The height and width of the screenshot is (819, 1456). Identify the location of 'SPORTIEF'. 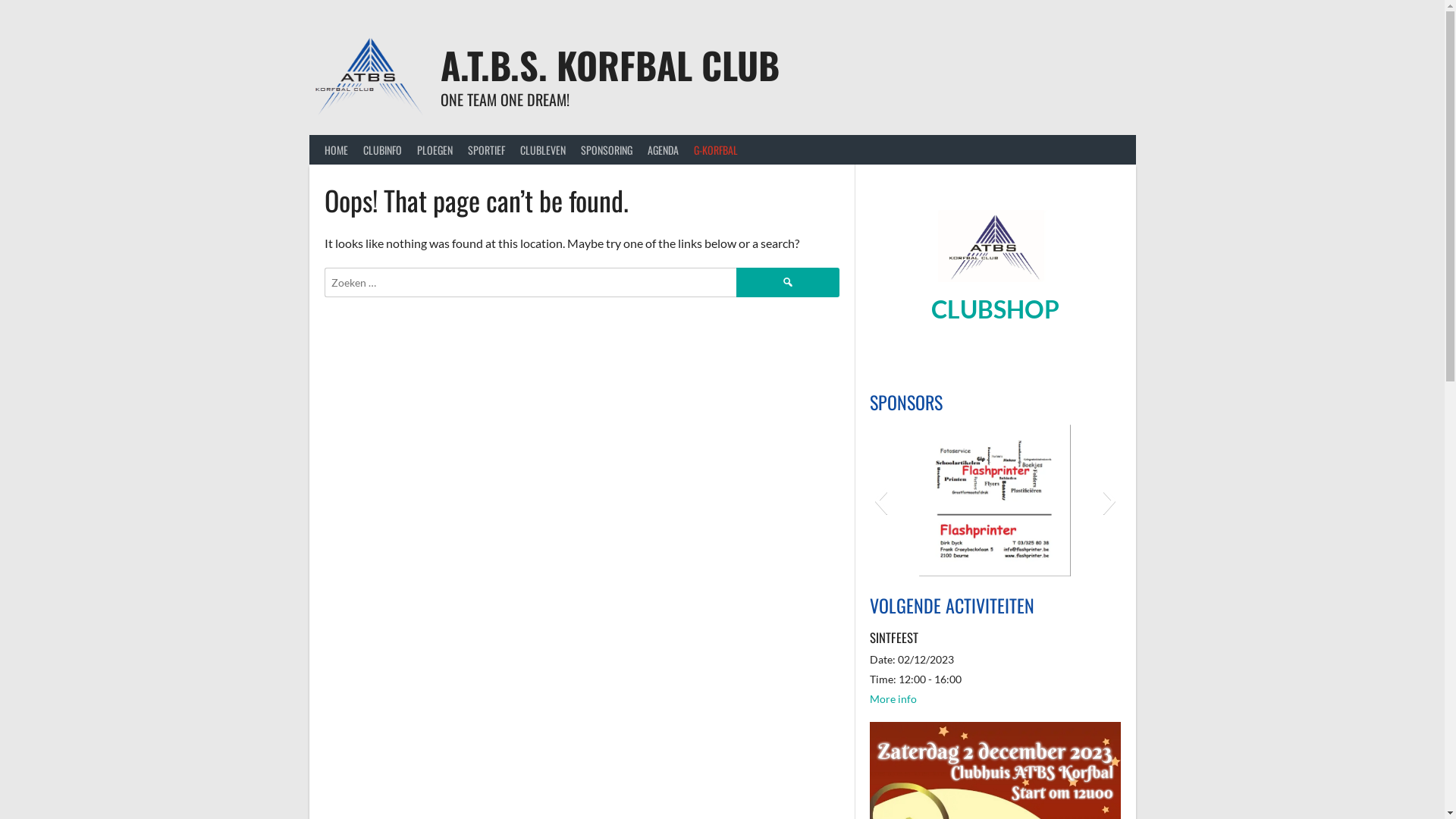
(485, 149).